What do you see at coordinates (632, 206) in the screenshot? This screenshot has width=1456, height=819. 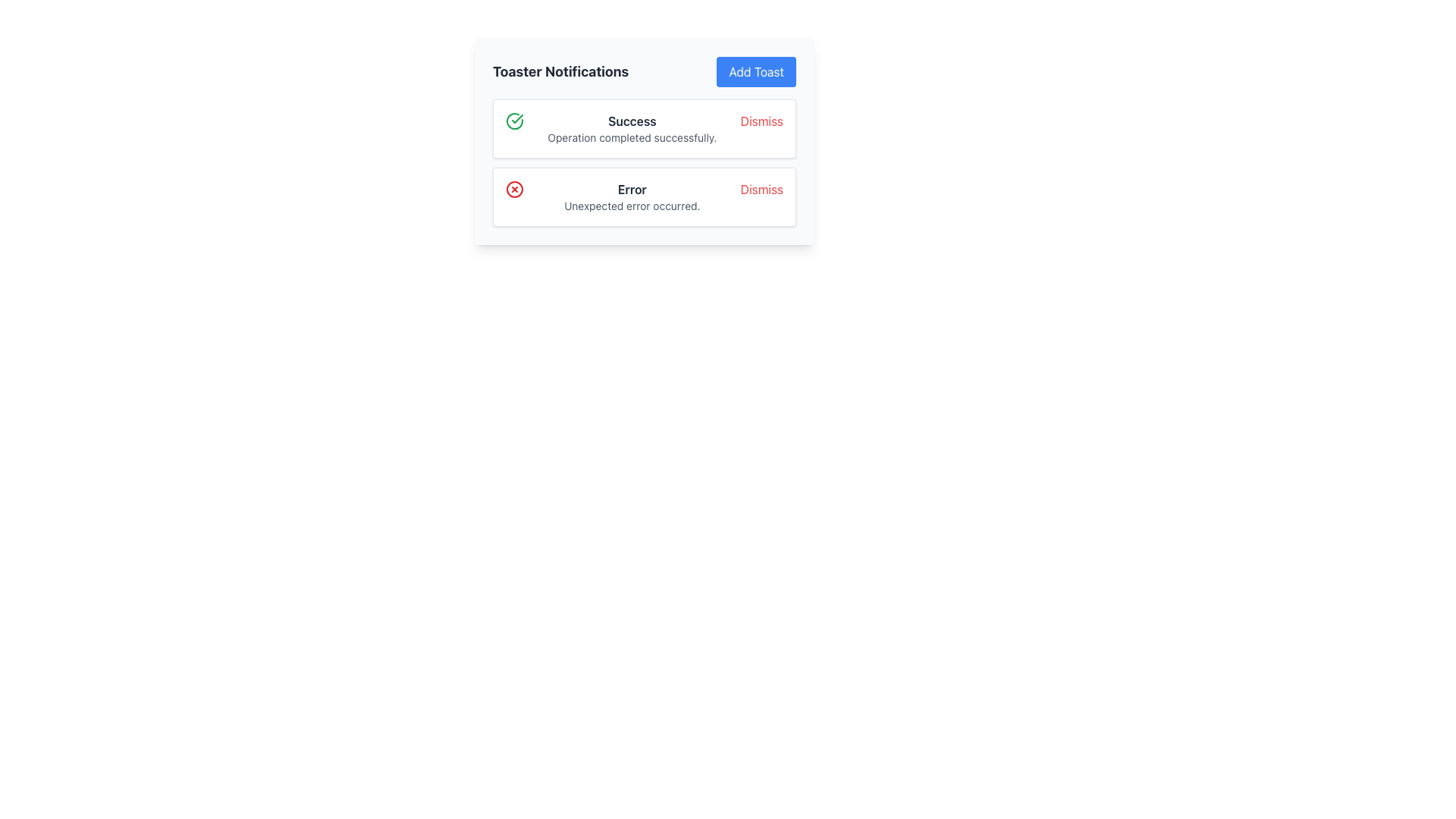 I see `the Text Label that provides a descriptive message about an unexpected error, positioned directly below the bolded text 'Error' in the notification card` at bounding box center [632, 206].